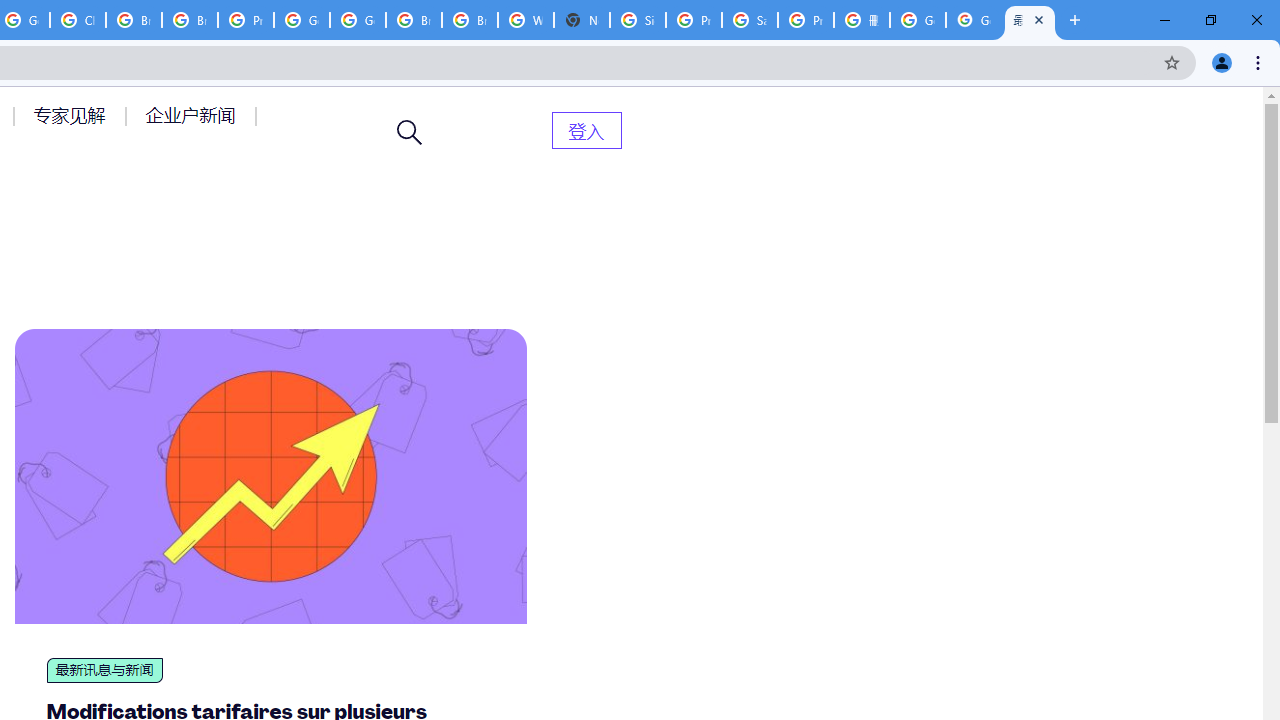  I want to click on 'AutomationID: menu-item-77764', so click(72, 115).